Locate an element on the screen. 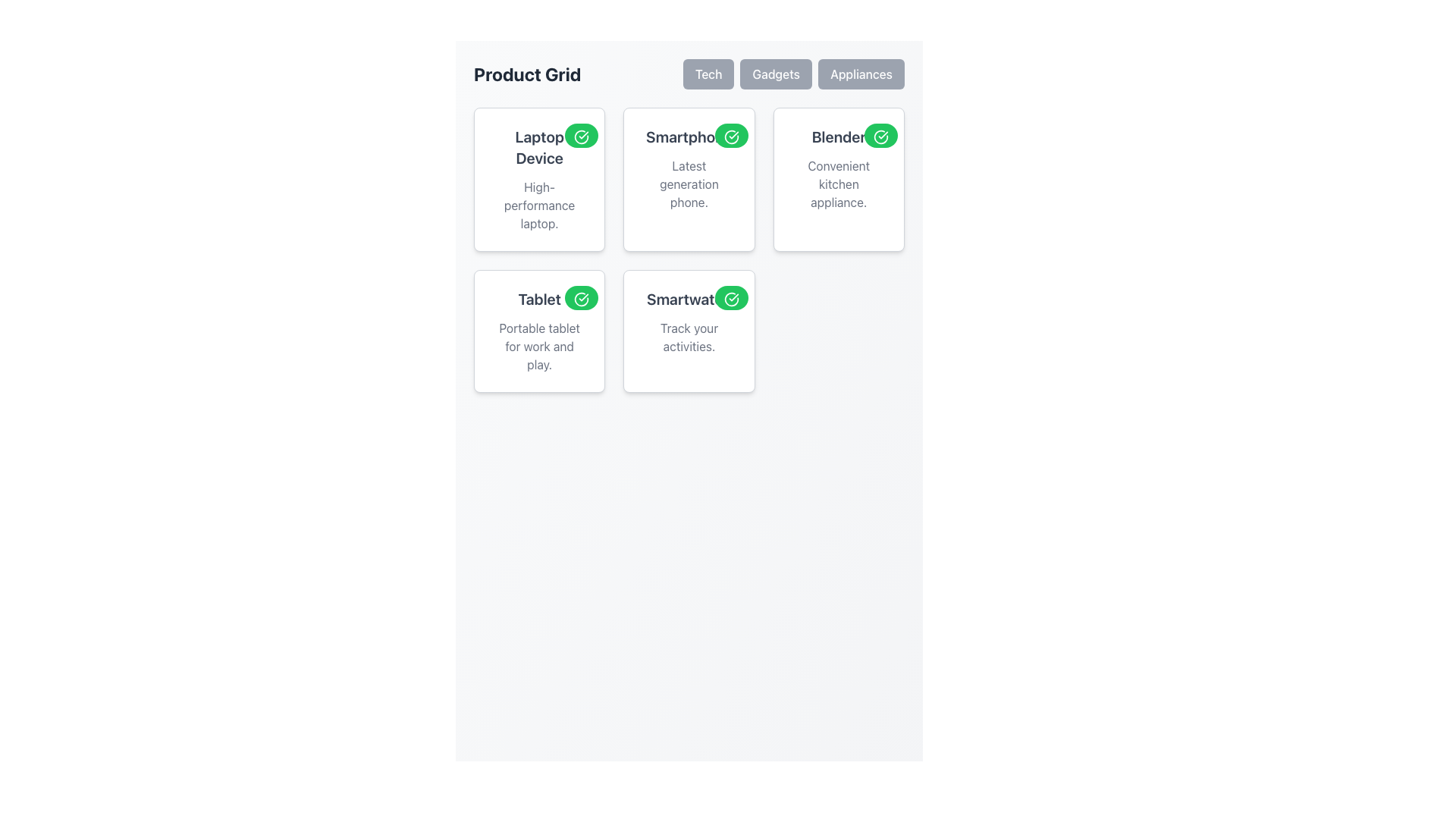 The height and width of the screenshot is (819, 1456). the descriptive text label for the product 'Smartwatch' located below the heading in the card is located at coordinates (688, 336).